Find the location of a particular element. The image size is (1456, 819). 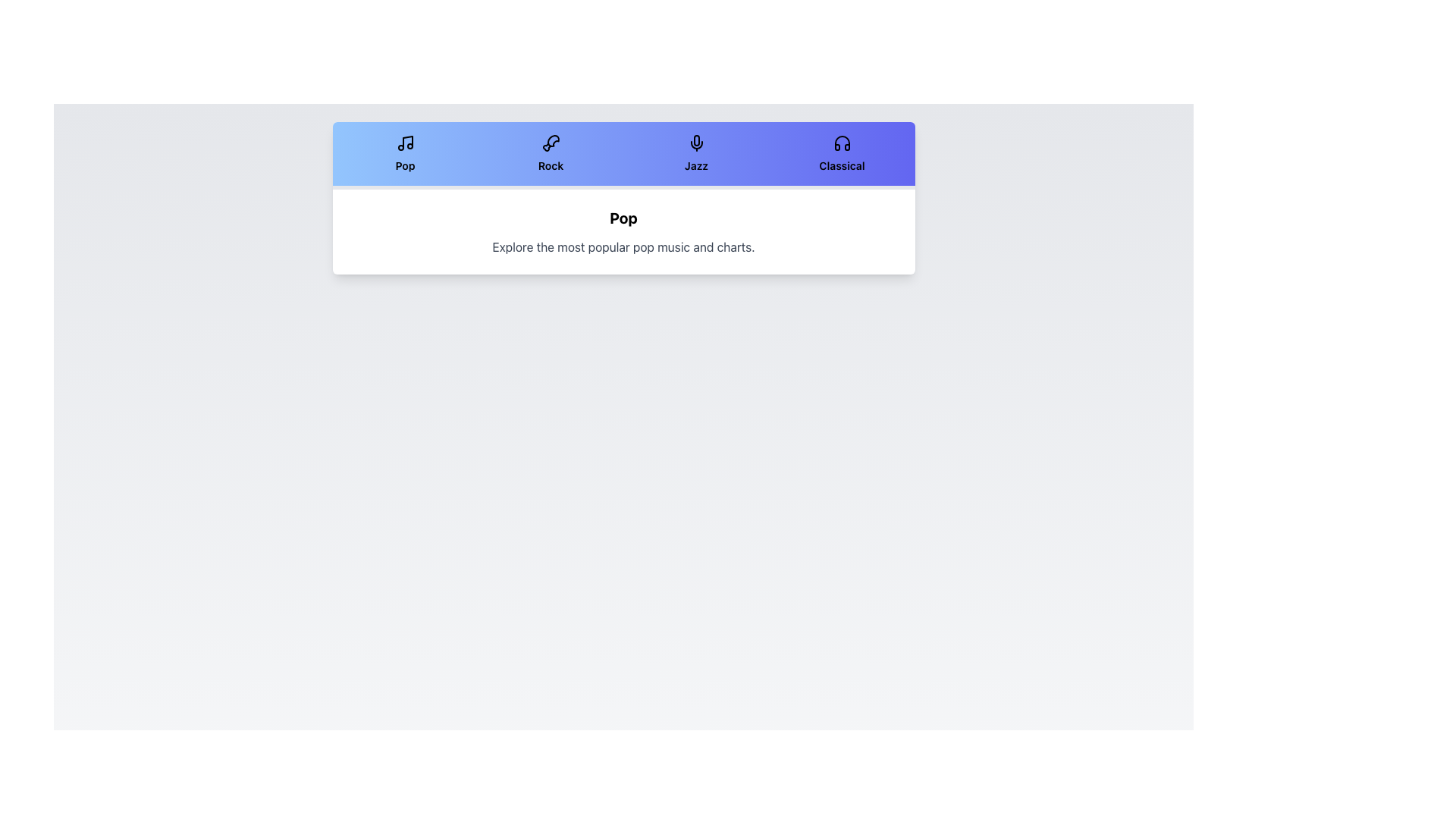

the 'Rock' music category label on the menu bar is located at coordinates (550, 166).